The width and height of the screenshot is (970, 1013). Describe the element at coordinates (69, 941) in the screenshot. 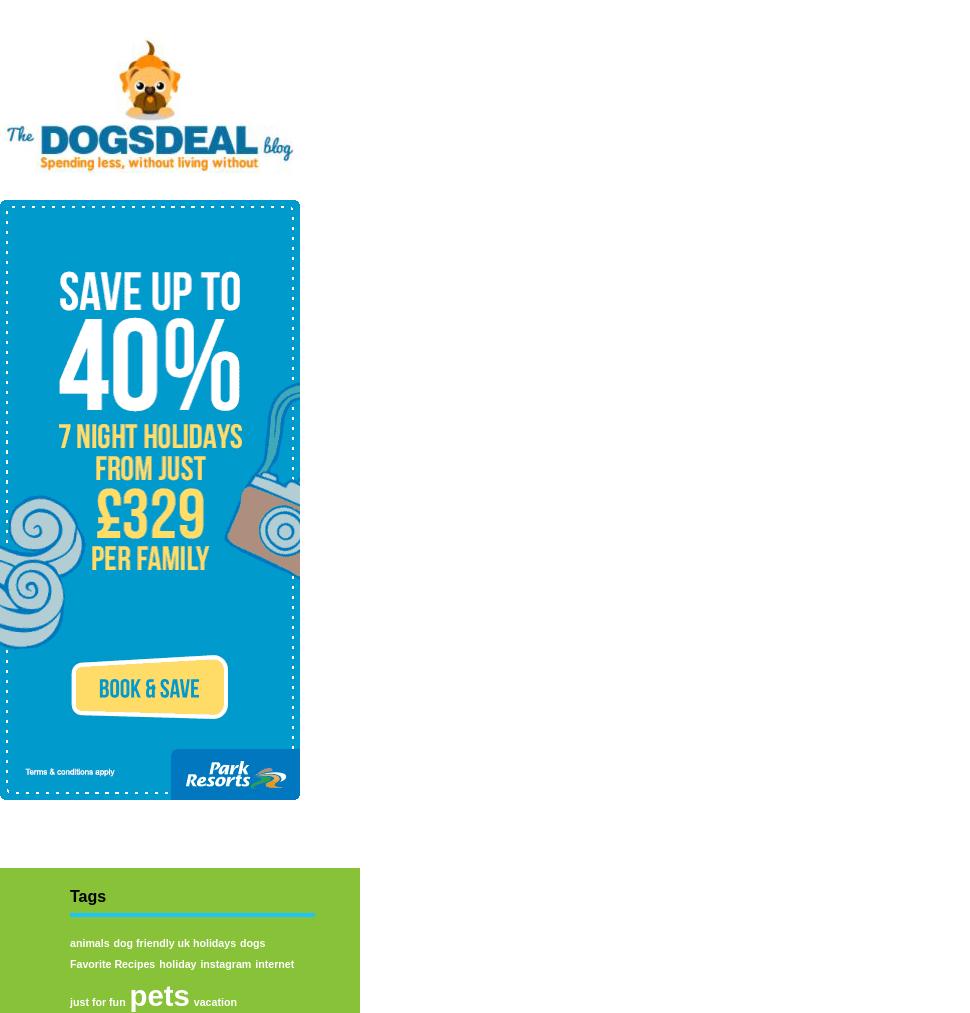

I see `'animals'` at that location.